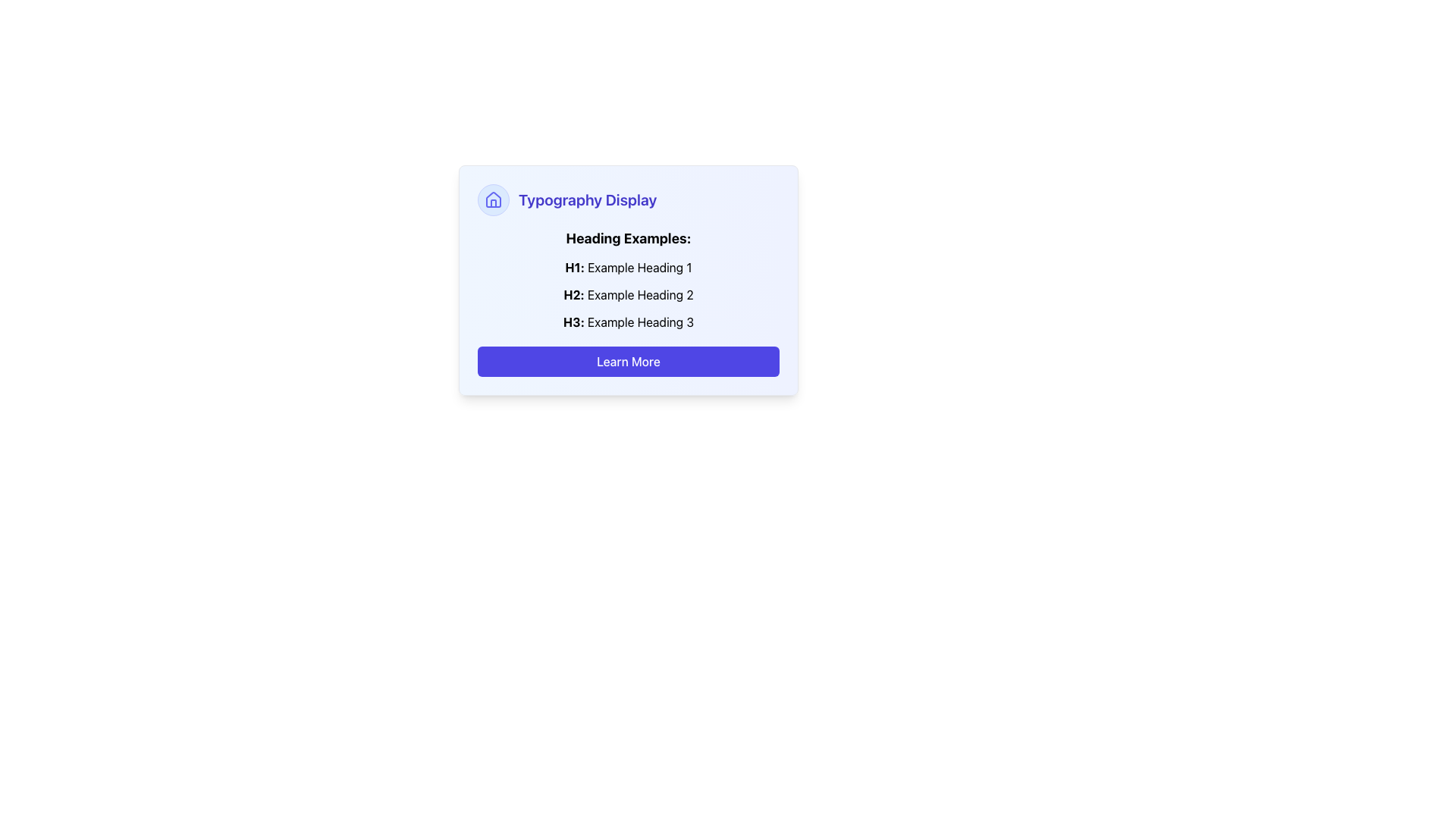  I want to click on the bold text element reading 'H2:' that is part of the heading in the typography display panel, positioned immediately before 'Example Heading 2', so click(573, 295).